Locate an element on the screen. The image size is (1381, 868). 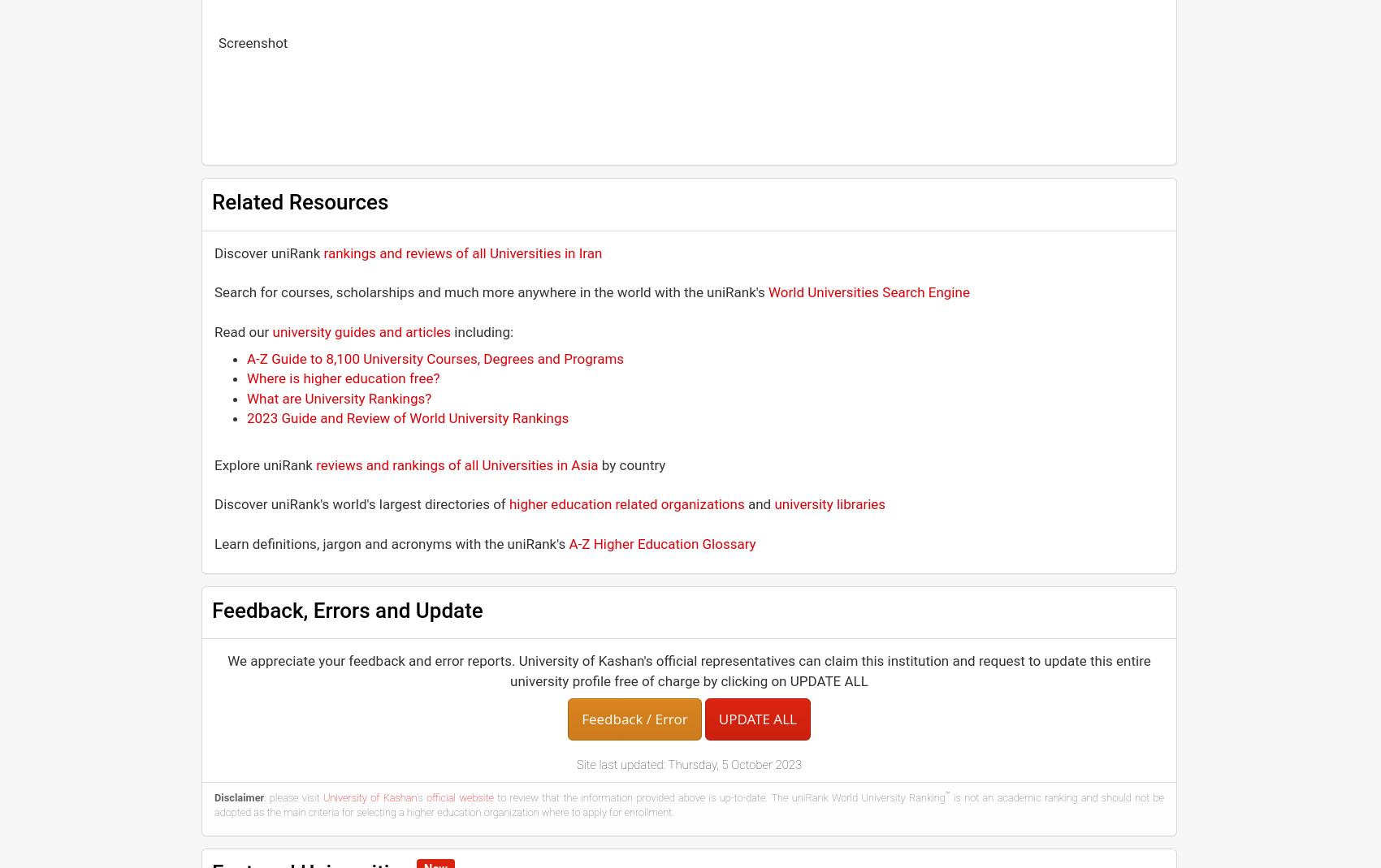
'Discover uniRank's world's largest directories of' is located at coordinates (361, 503).